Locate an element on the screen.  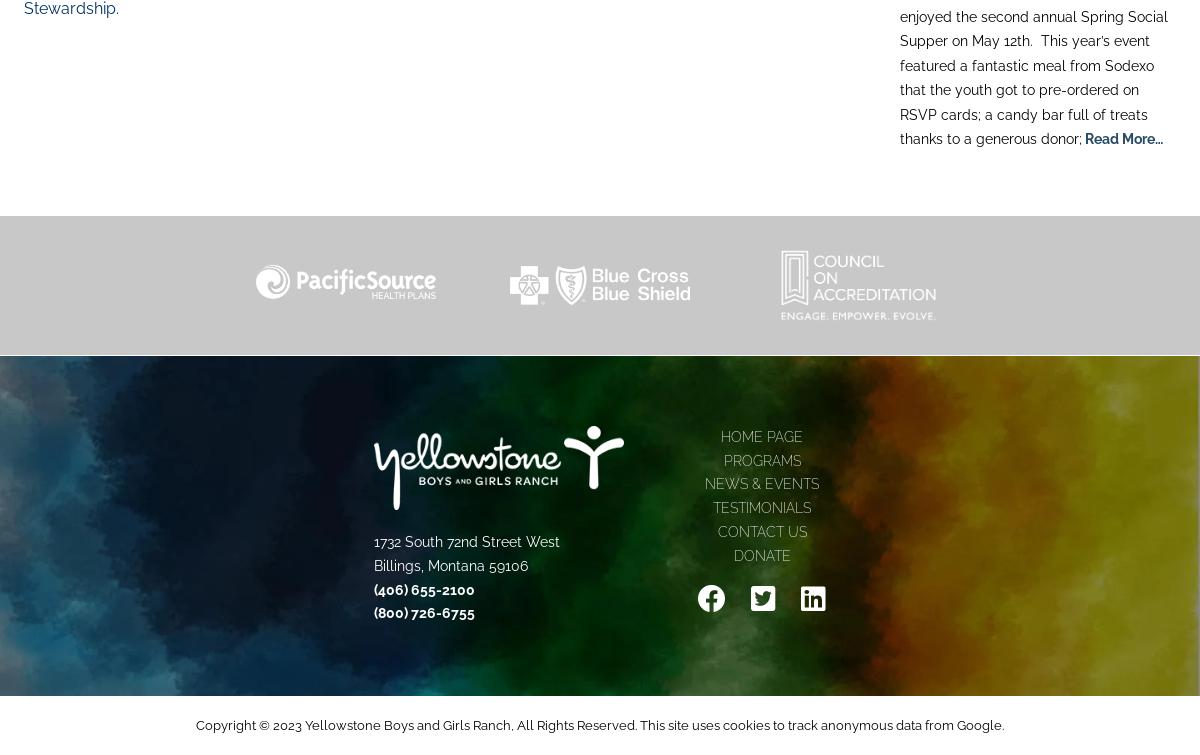
'(800) 726-6755' is located at coordinates (424, 611).